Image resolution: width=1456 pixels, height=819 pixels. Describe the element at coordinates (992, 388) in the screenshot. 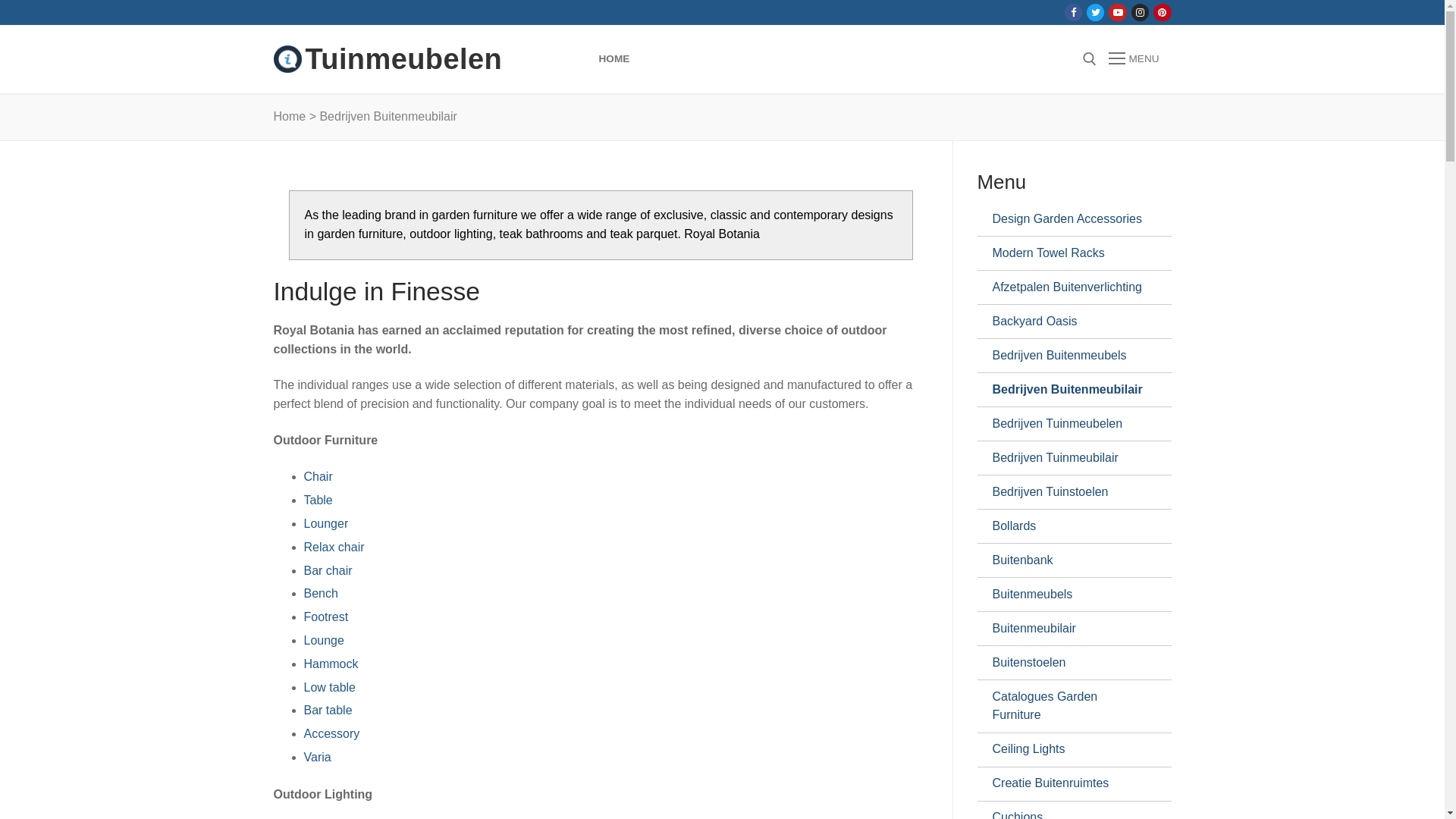

I see `'Bedrijven Buitenmeubilair'` at that location.